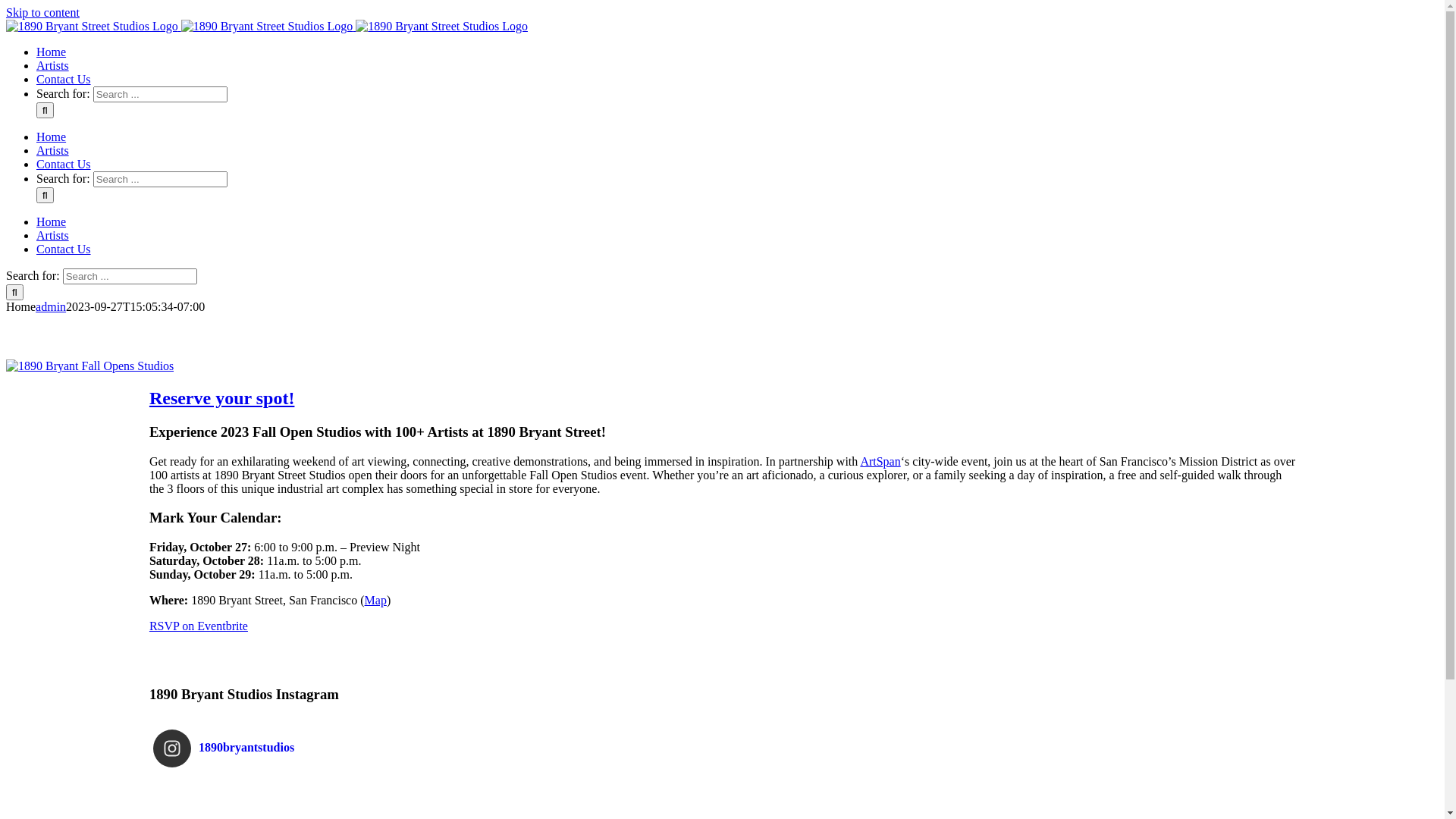  Describe the element at coordinates (51, 221) in the screenshot. I see `'Home'` at that location.